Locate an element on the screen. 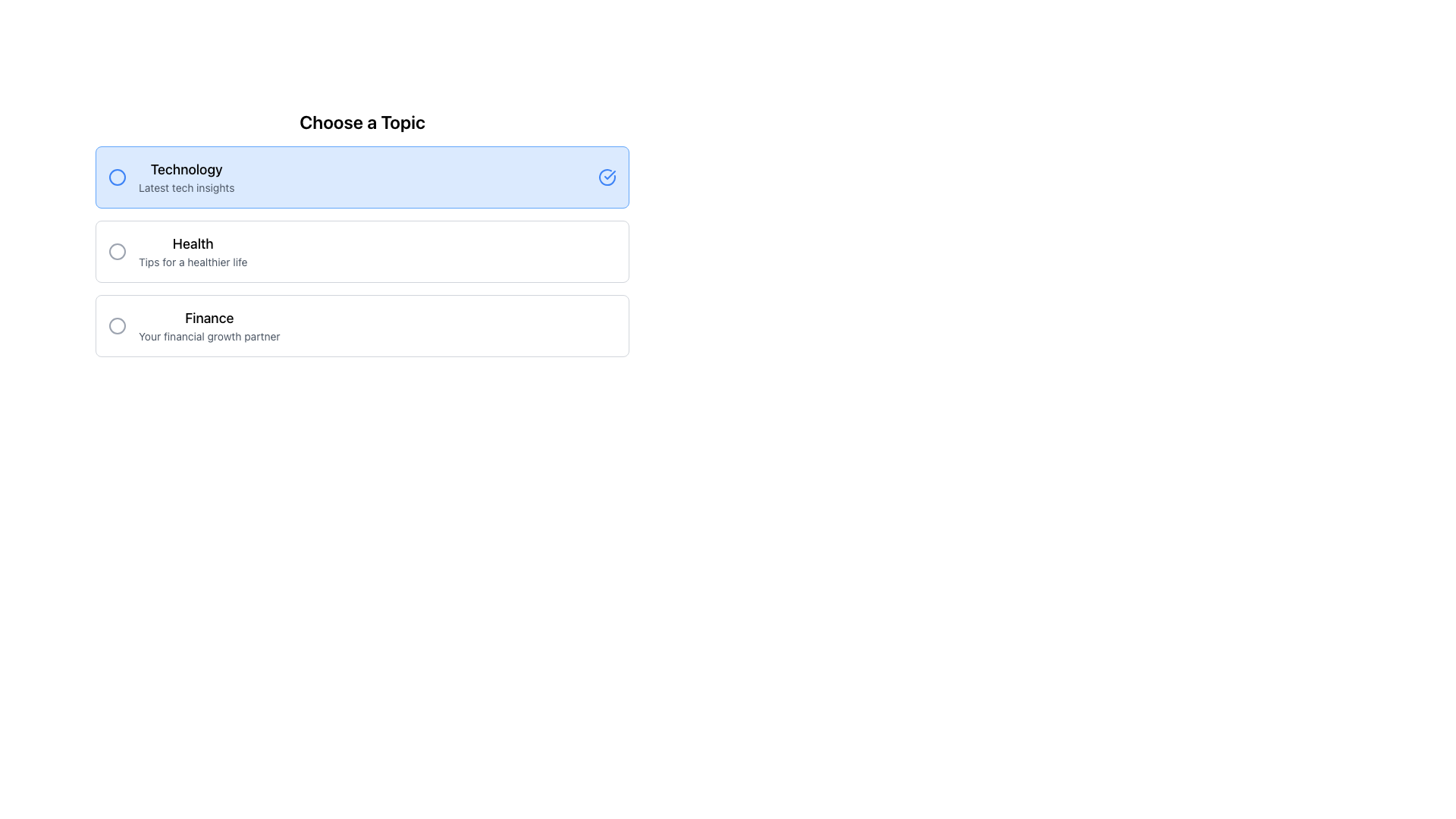 This screenshot has height=819, width=1456. the 'Finance' title static text element, which is displayed in a bold, large font and is styled with a text-lg font-medium class, positioned above the subtitle 'Your financial growth partner' is located at coordinates (209, 318).